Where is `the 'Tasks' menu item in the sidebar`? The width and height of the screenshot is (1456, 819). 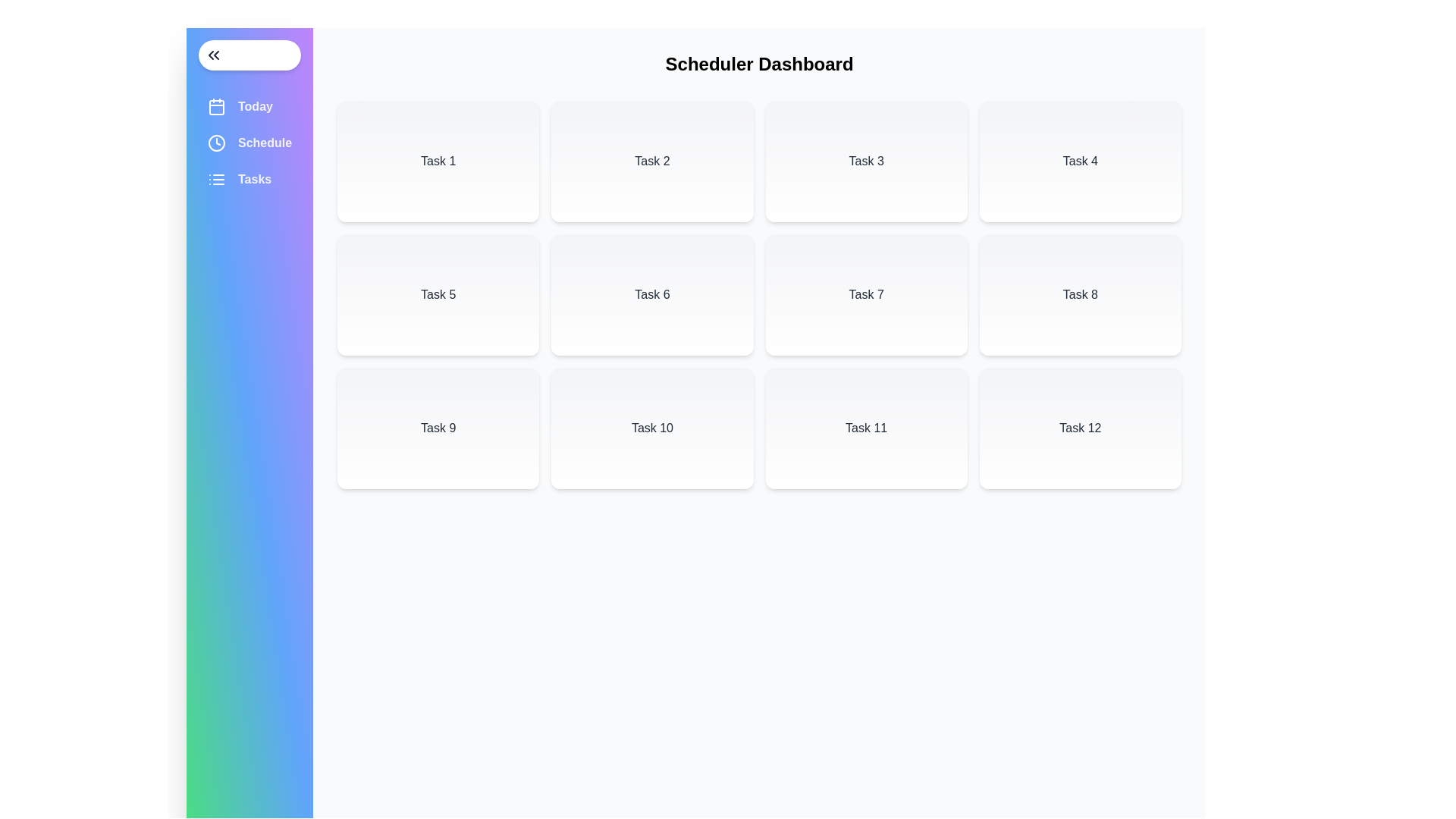
the 'Tasks' menu item in the sidebar is located at coordinates (249, 178).